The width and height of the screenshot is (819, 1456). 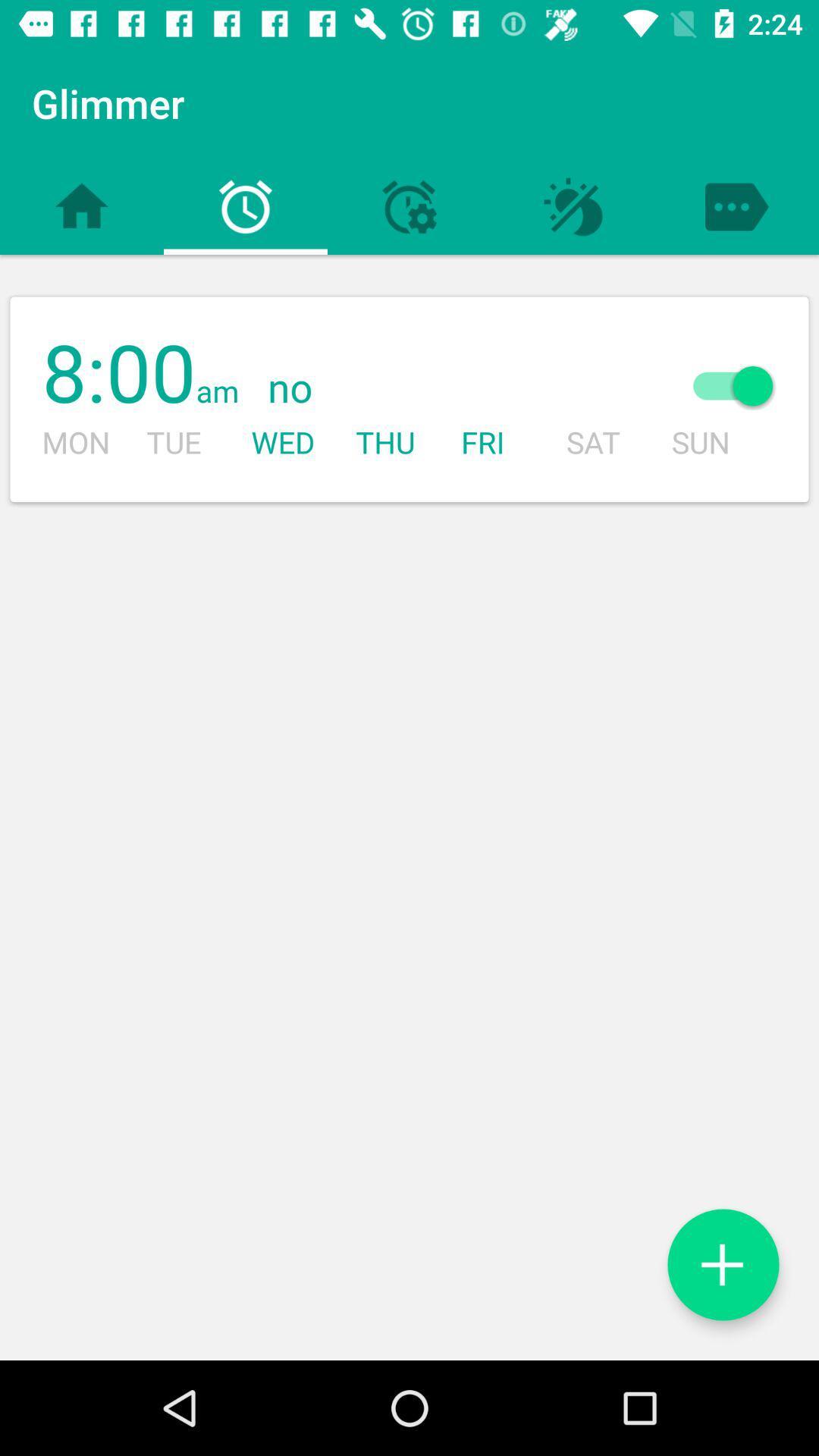 I want to click on the item below the sat item, so click(x=722, y=1265).